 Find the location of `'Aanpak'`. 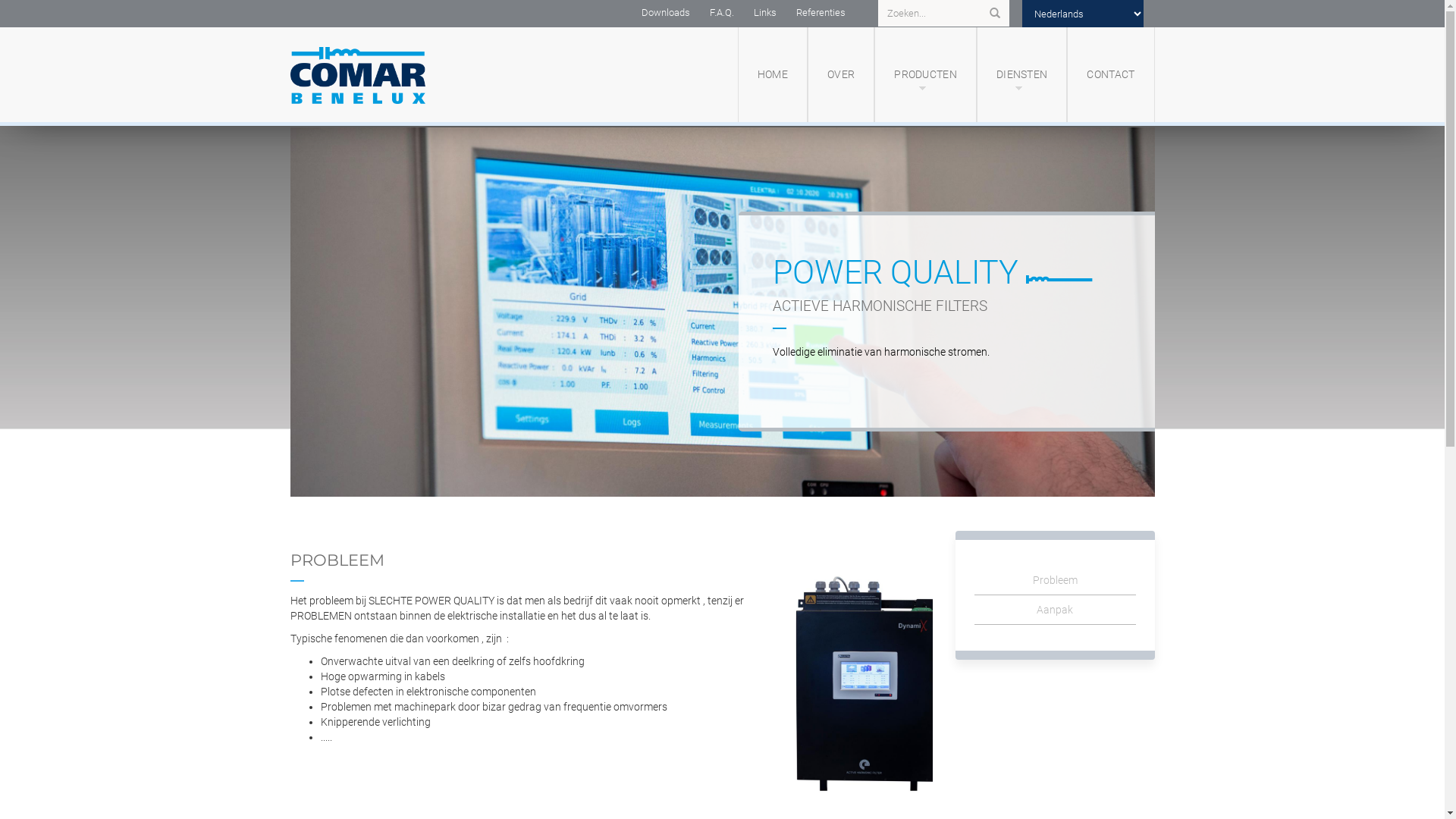

'Aanpak' is located at coordinates (1054, 609).